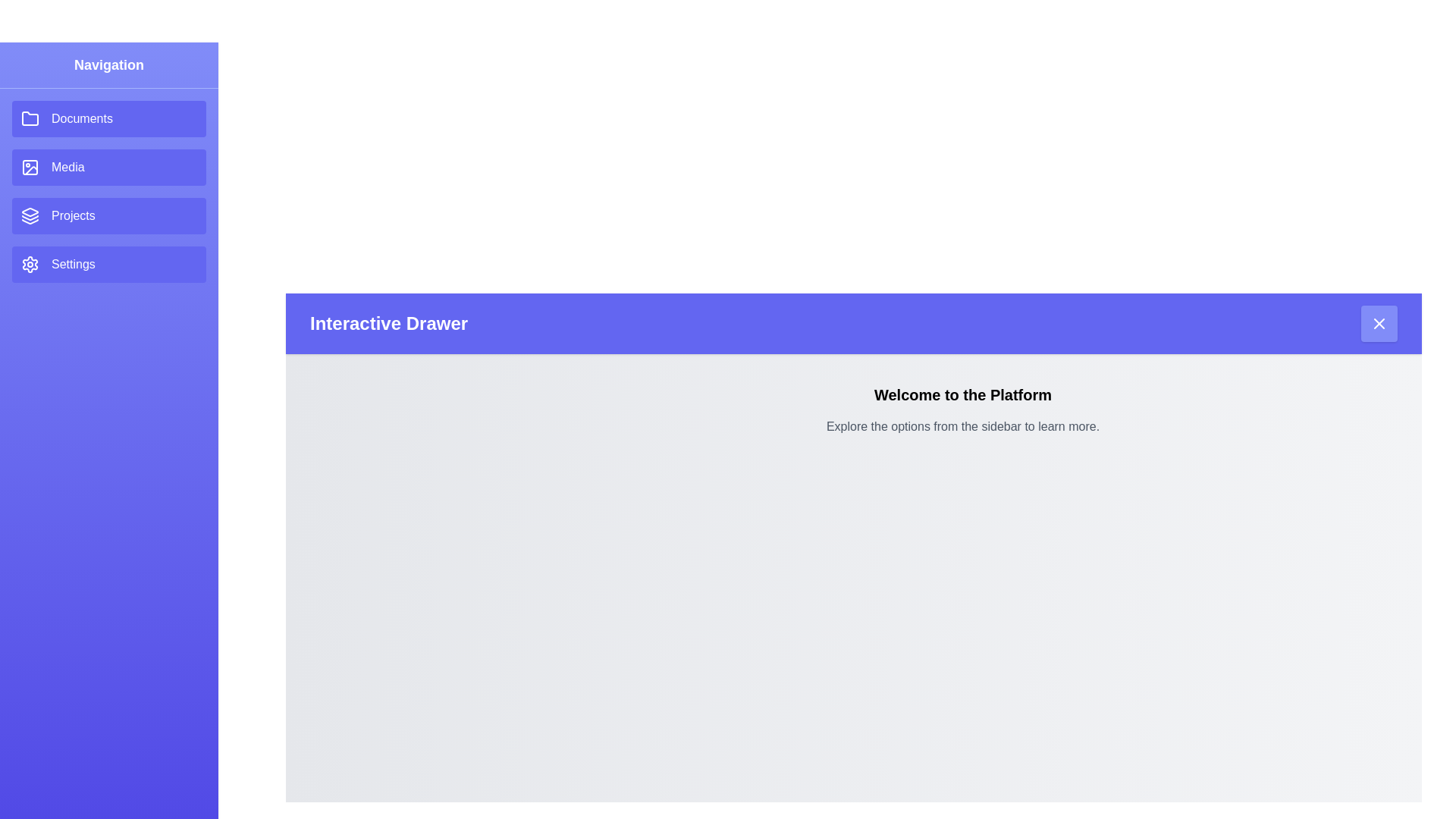  I want to click on the drawer item Documents, so click(108, 118).